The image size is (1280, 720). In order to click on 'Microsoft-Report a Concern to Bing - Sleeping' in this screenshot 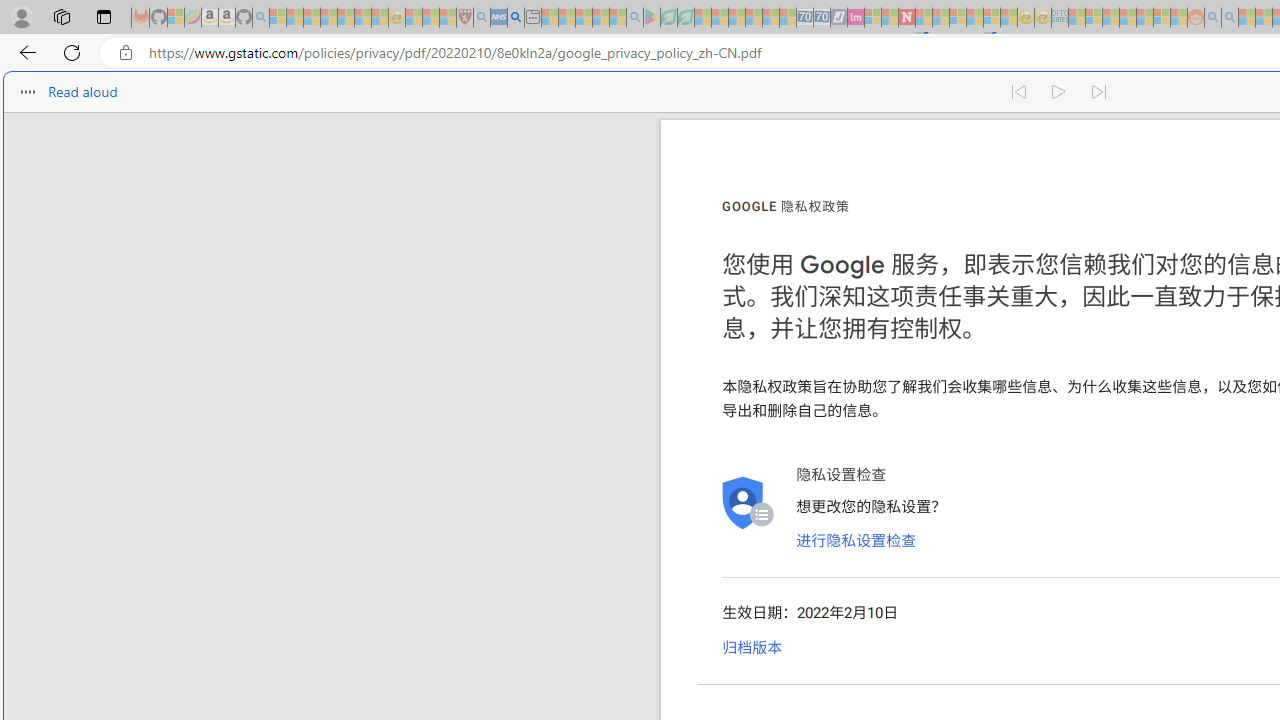, I will do `click(176, 17)`.